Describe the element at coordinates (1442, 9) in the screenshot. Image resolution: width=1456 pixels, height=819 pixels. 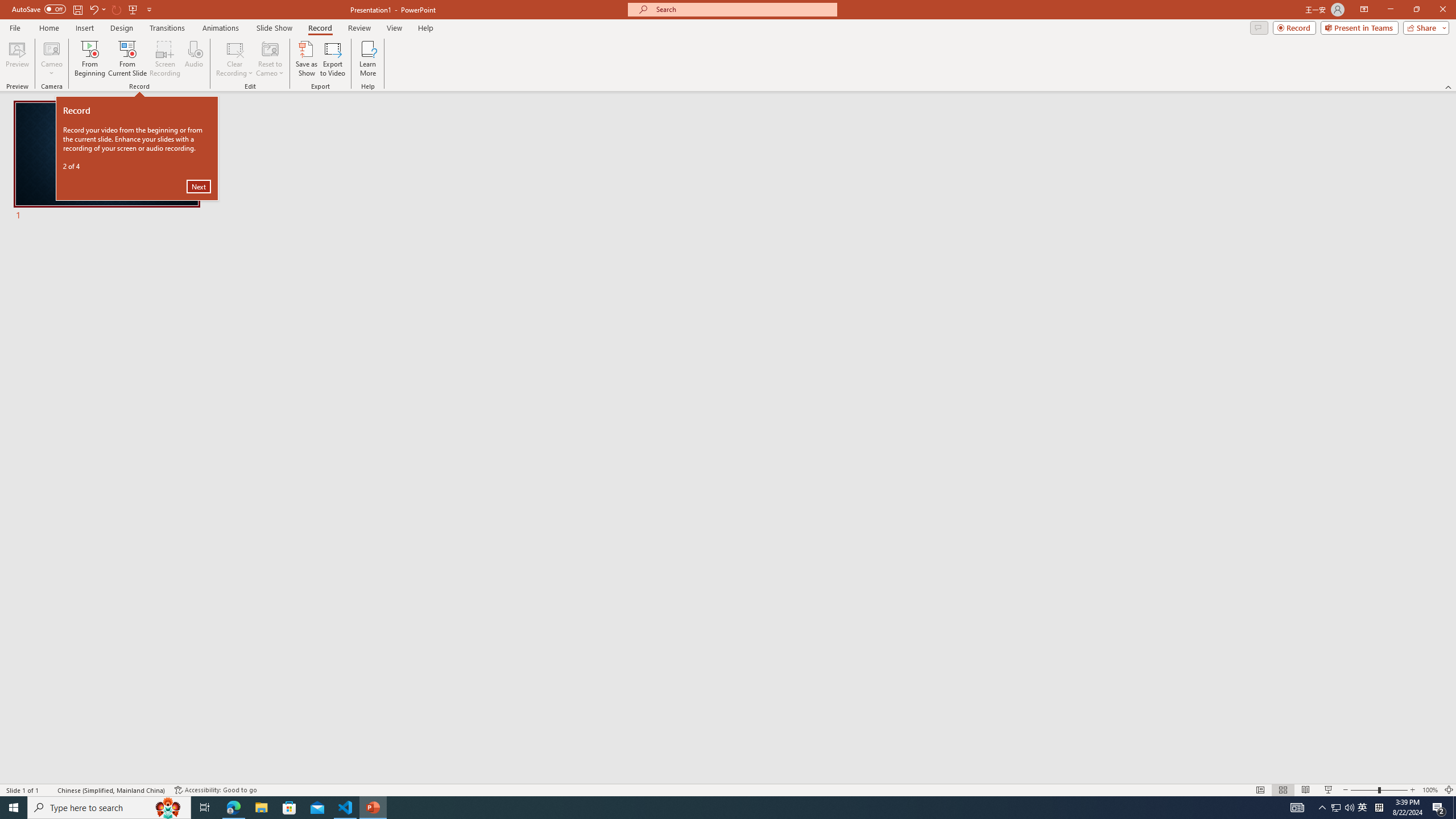
I see `'Close'` at that location.